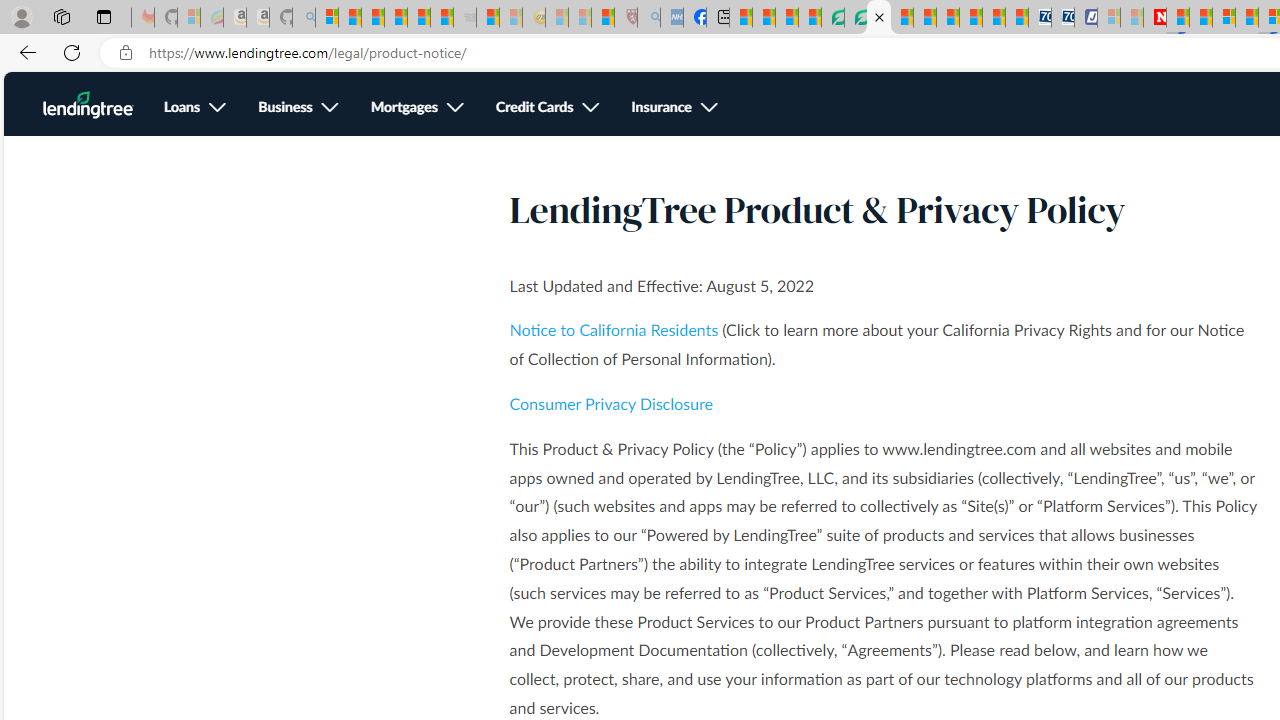 The height and width of the screenshot is (720, 1280). I want to click on 'LendingTree Homepage Logo', so click(87, 105).